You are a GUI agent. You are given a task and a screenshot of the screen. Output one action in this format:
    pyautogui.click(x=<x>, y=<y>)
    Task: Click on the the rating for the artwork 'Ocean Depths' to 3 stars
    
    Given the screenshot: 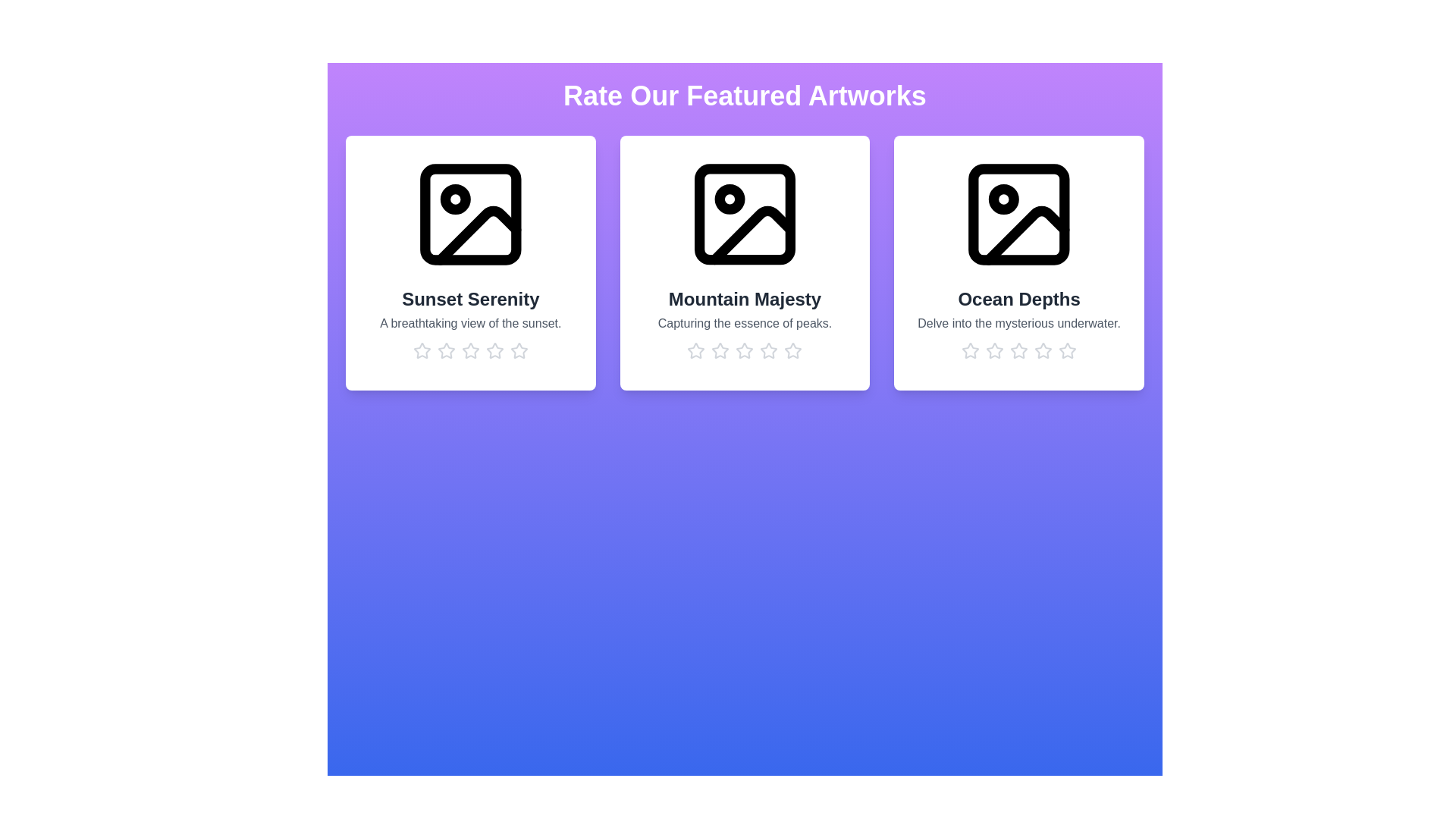 What is the action you would take?
    pyautogui.click(x=1019, y=350)
    